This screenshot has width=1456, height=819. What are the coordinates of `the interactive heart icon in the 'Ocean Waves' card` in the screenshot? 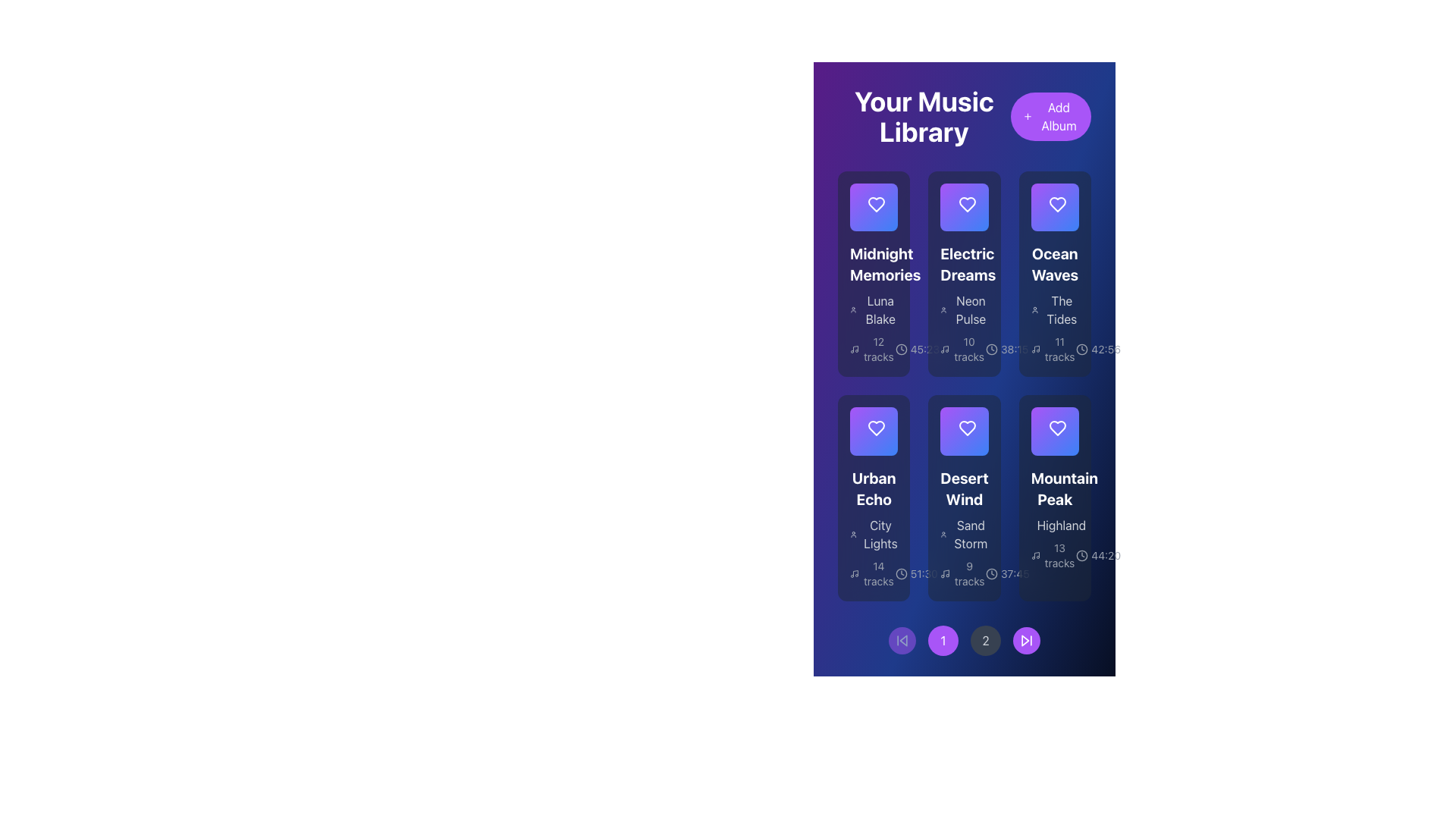 It's located at (1054, 207).